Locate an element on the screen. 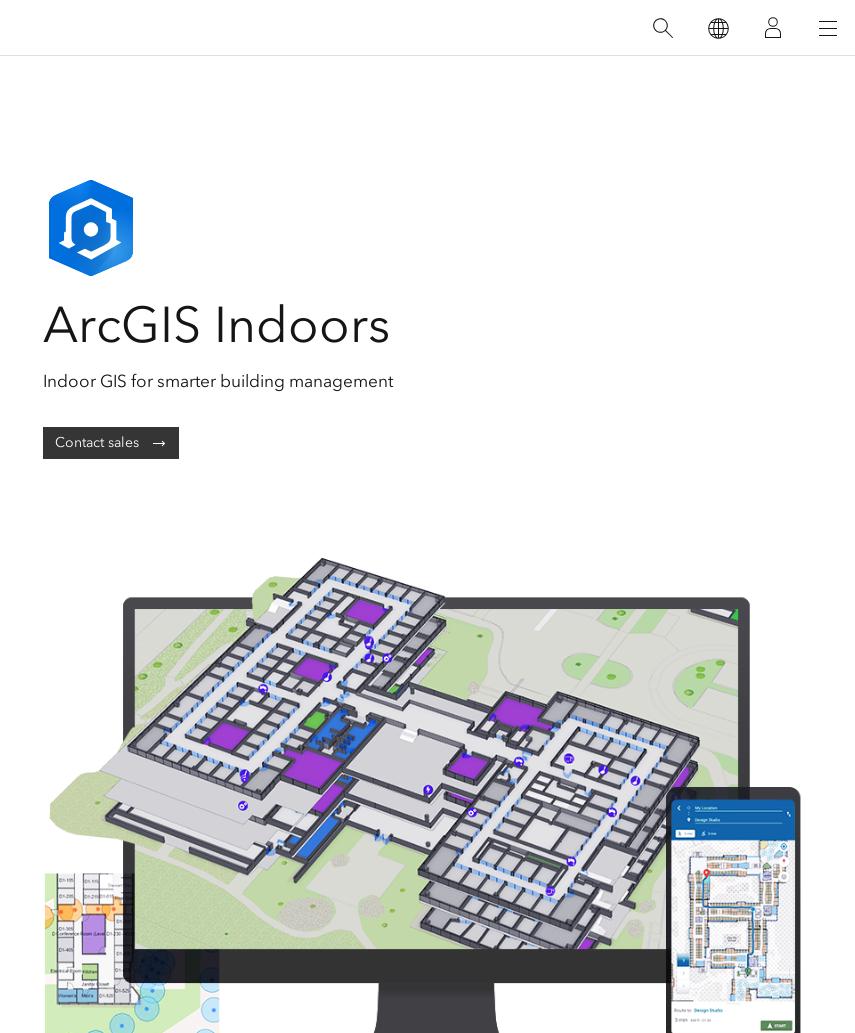 The height and width of the screenshot is (1033, 855). '1-800-447-9778' is located at coordinates (426, 889).